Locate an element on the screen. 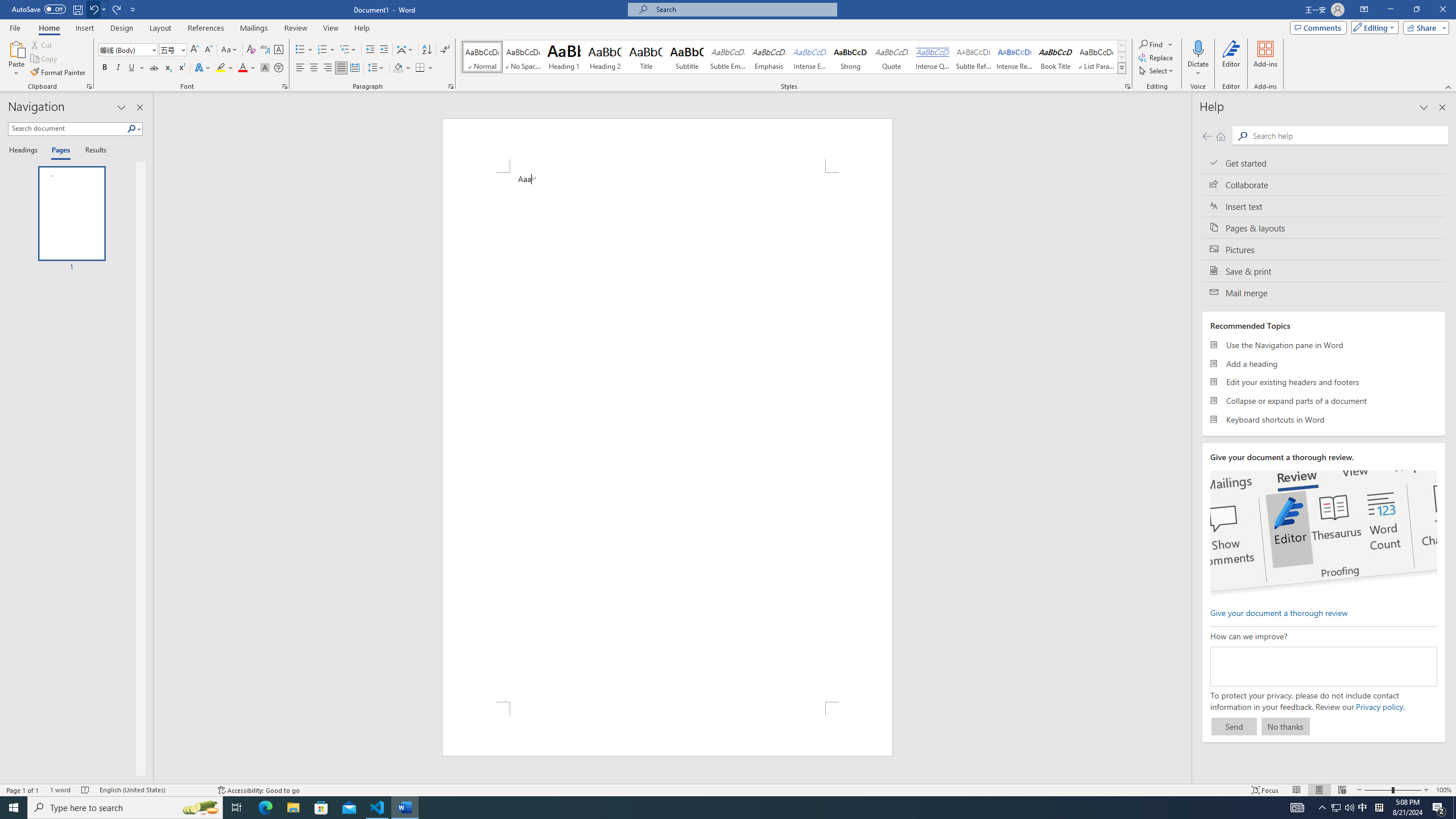 This screenshot has height=819, width=1456. 'Quick Access Toolbar' is located at coordinates (74, 9).